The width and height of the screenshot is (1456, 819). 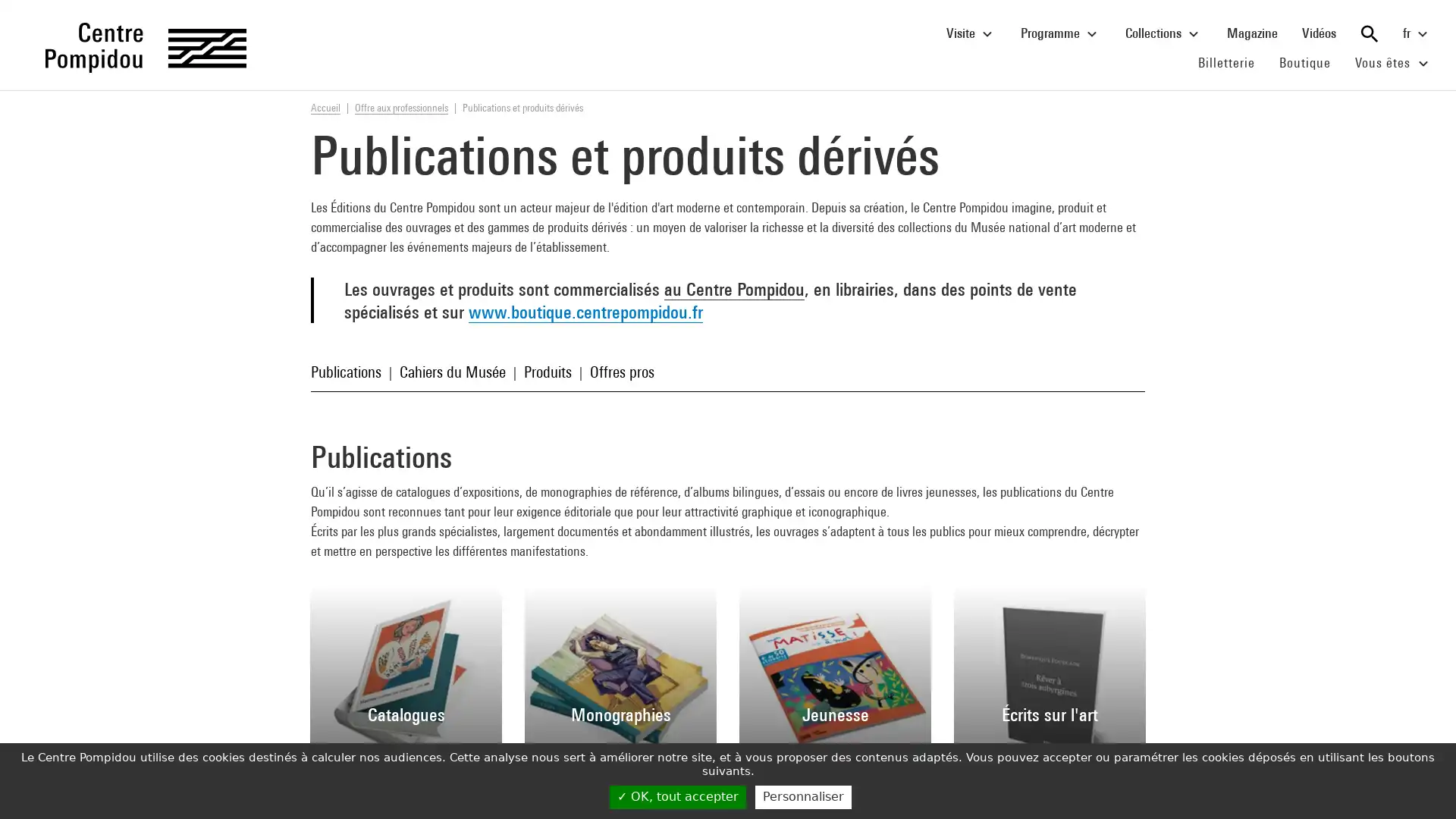 I want to click on Personnaliser, so click(x=802, y=796).